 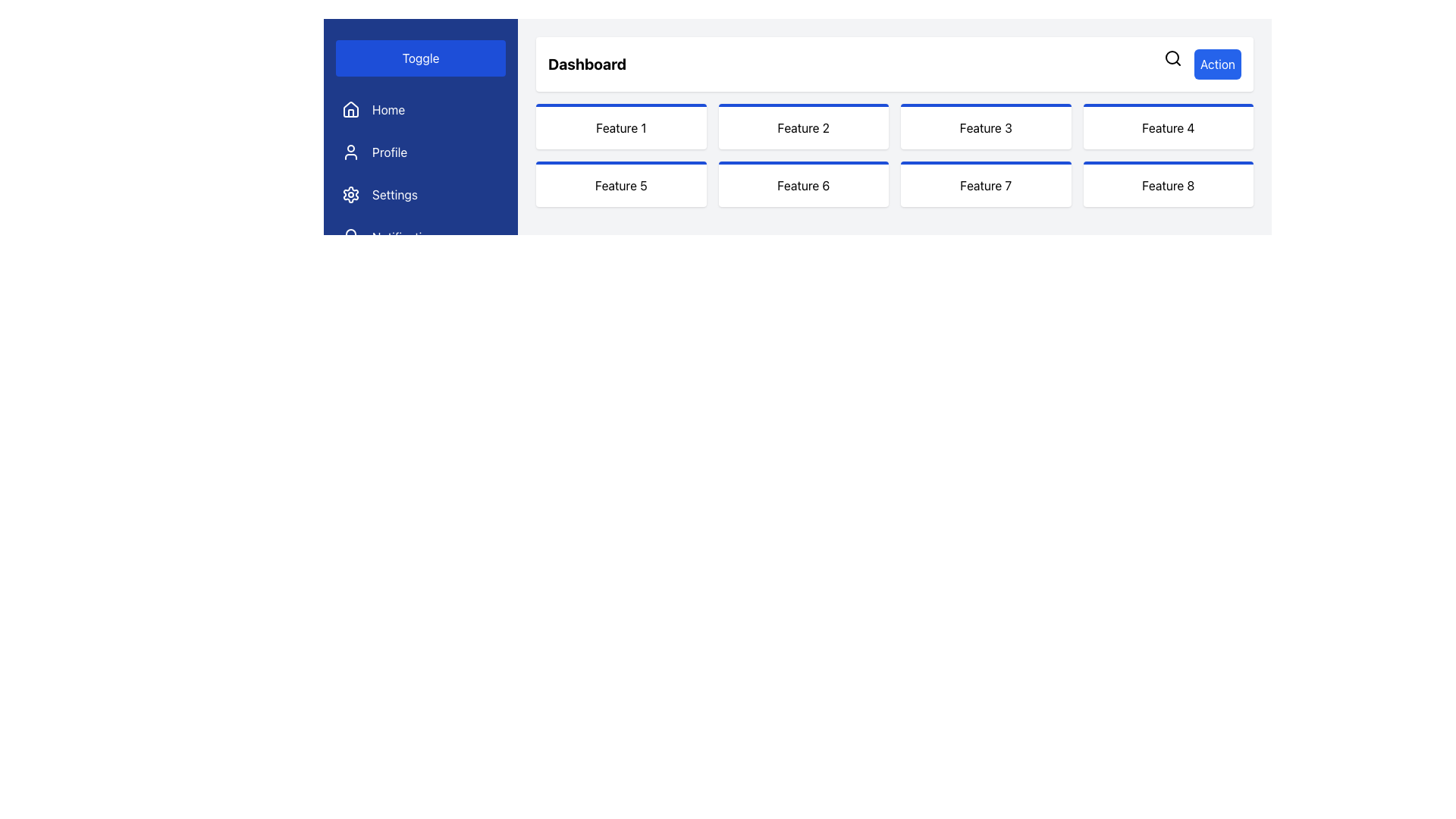 What do you see at coordinates (350, 109) in the screenshot?
I see `the house-shaped SVG icon with a white outline over a blue background, located under the 'Toggle' button in the vertical menu` at bounding box center [350, 109].